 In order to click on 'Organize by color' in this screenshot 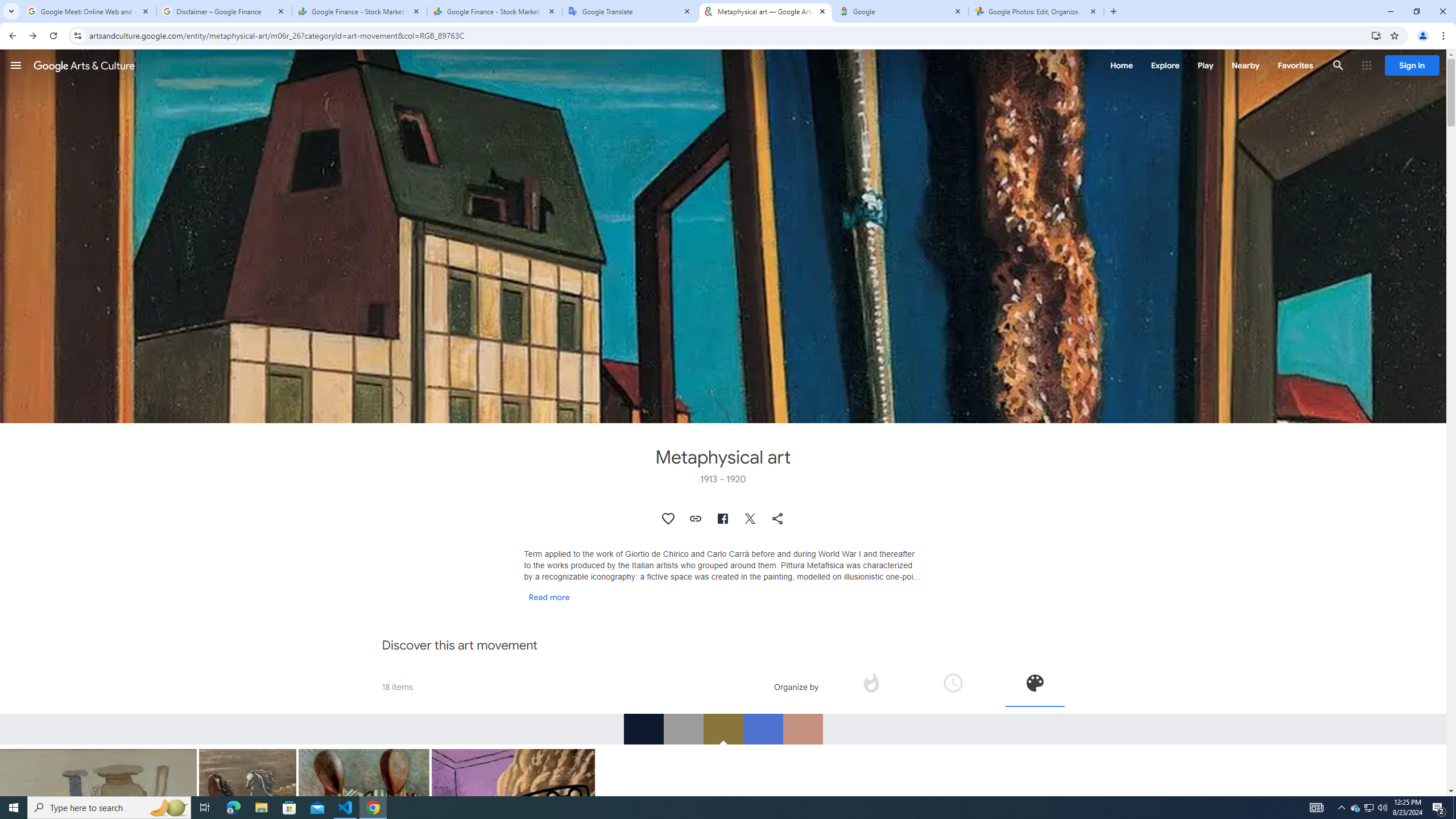, I will do `click(1035, 682)`.